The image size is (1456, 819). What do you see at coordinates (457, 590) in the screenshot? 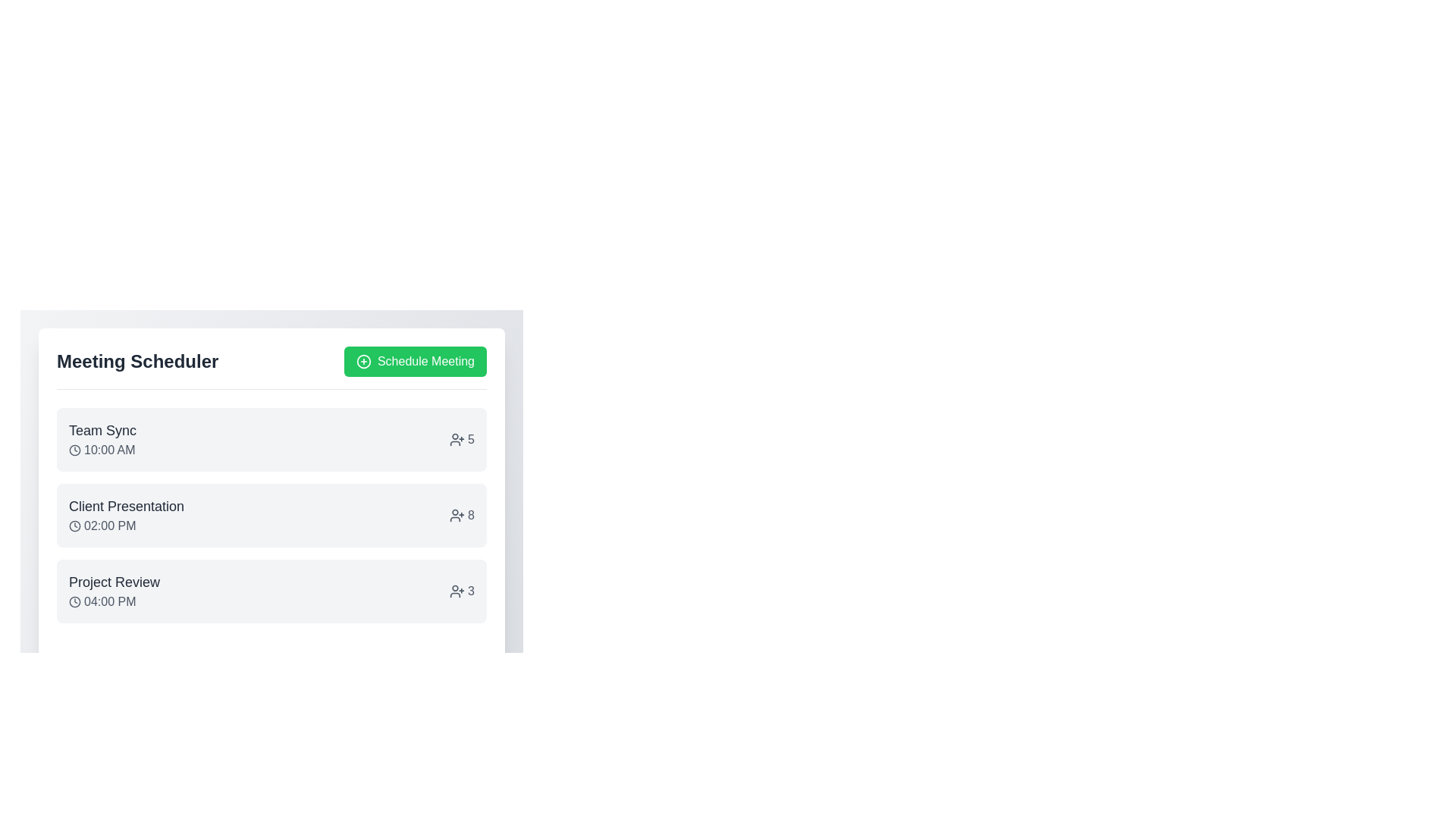
I see `the user silhouette icon with a plus sign, located next to the text label '3'` at bounding box center [457, 590].